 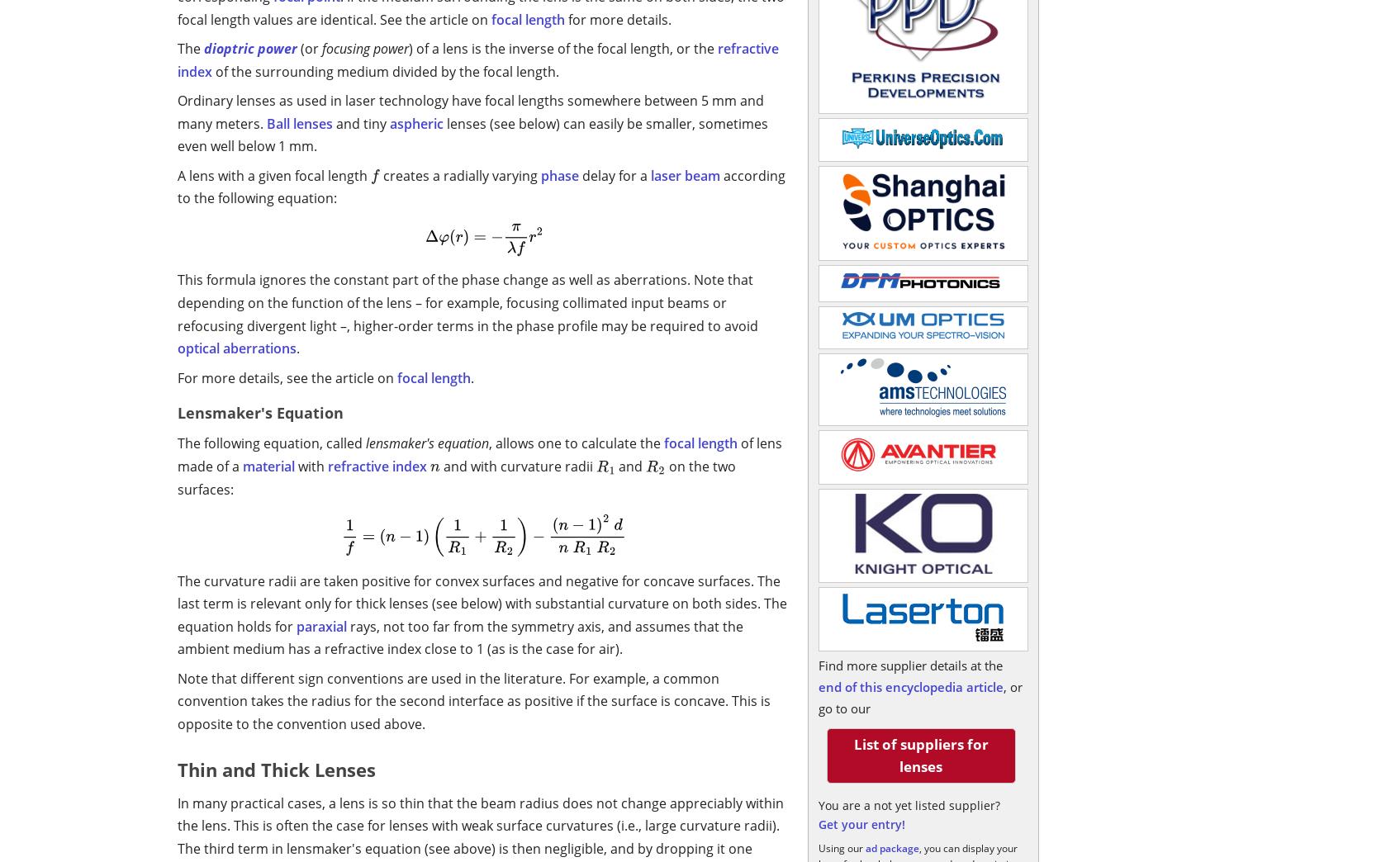 I want to click on 'Ball lenses', so click(x=299, y=121).